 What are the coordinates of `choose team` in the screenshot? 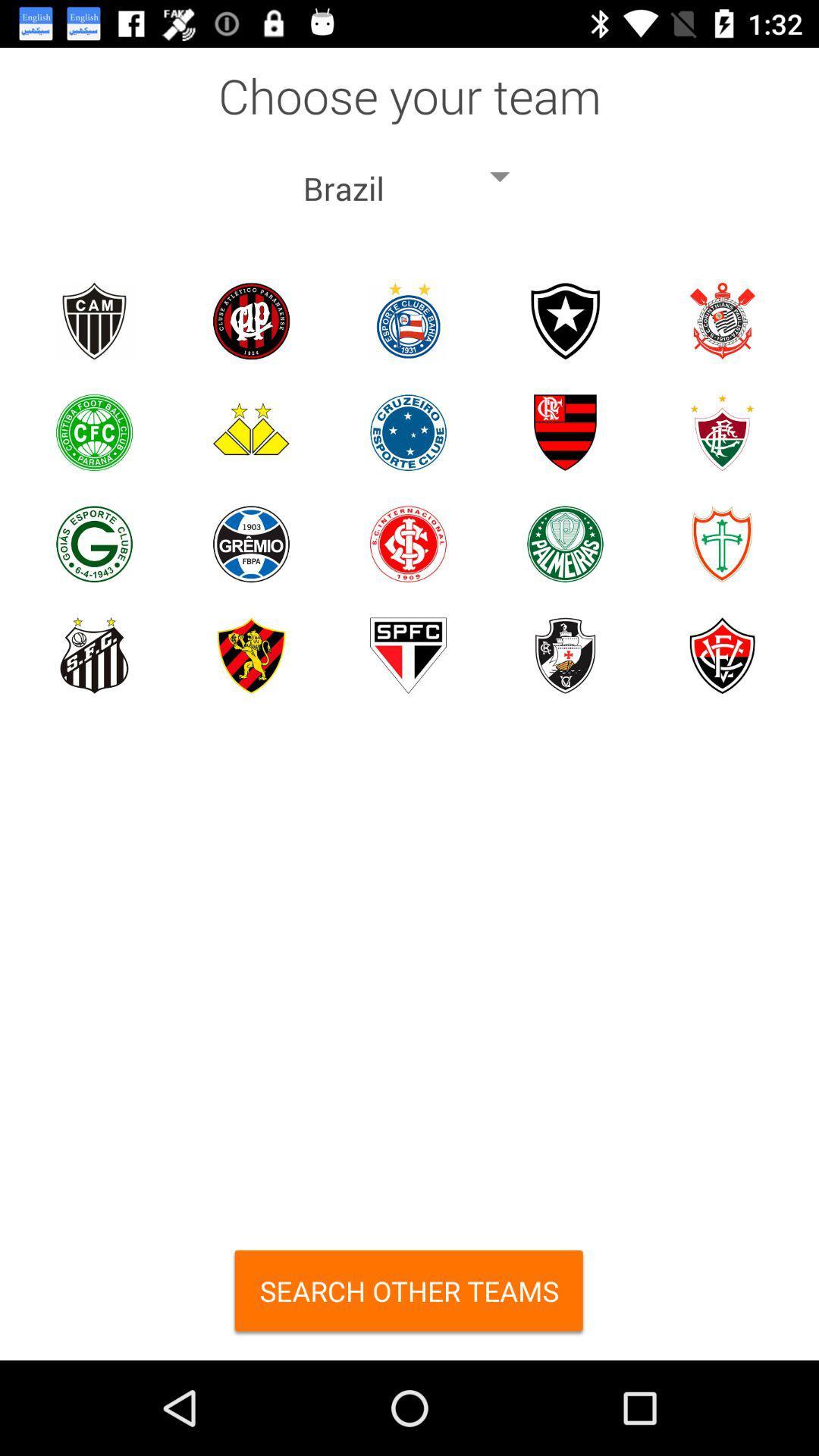 It's located at (94, 544).